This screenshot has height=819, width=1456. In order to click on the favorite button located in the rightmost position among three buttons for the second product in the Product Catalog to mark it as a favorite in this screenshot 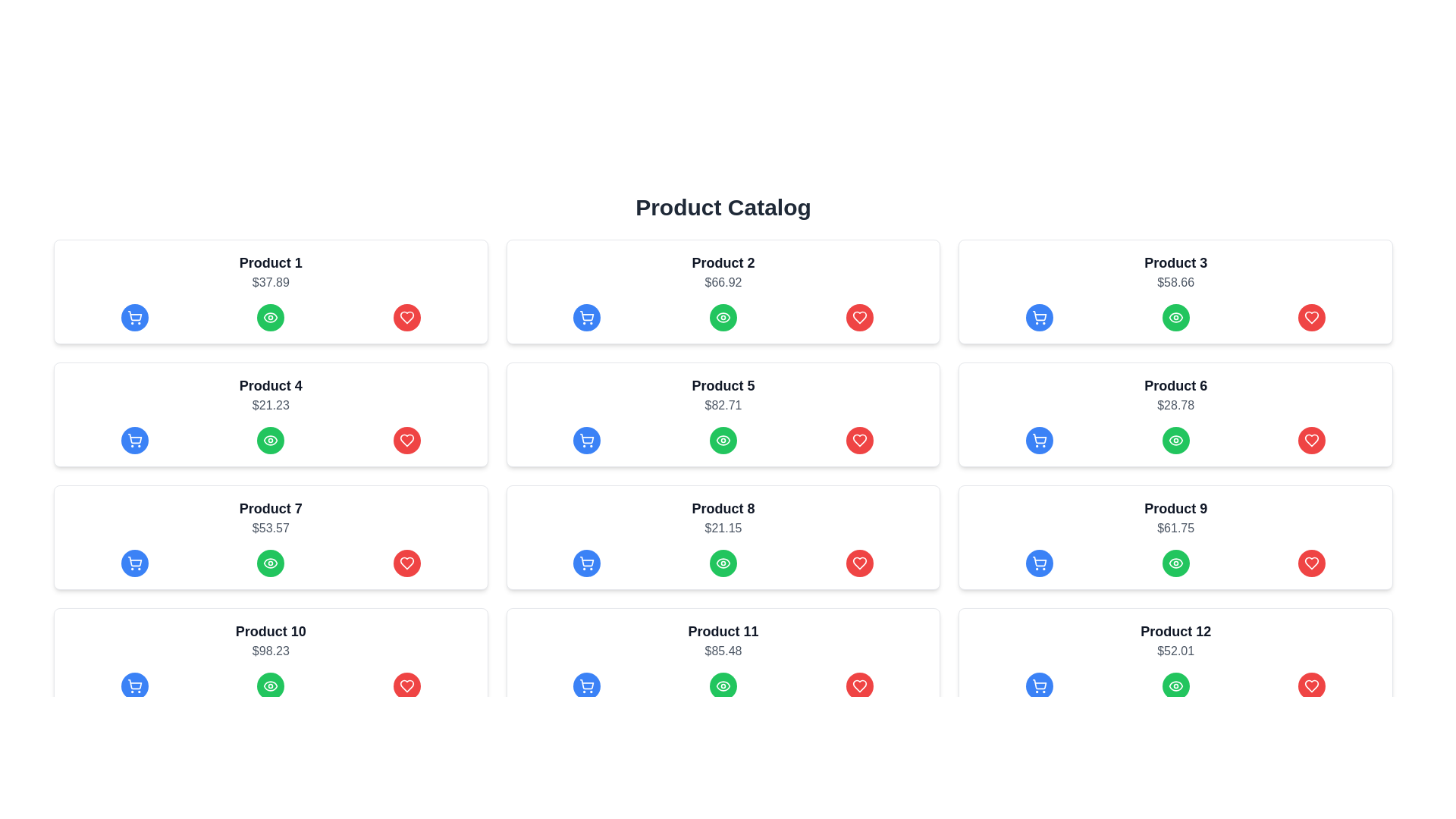, I will do `click(859, 317)`.